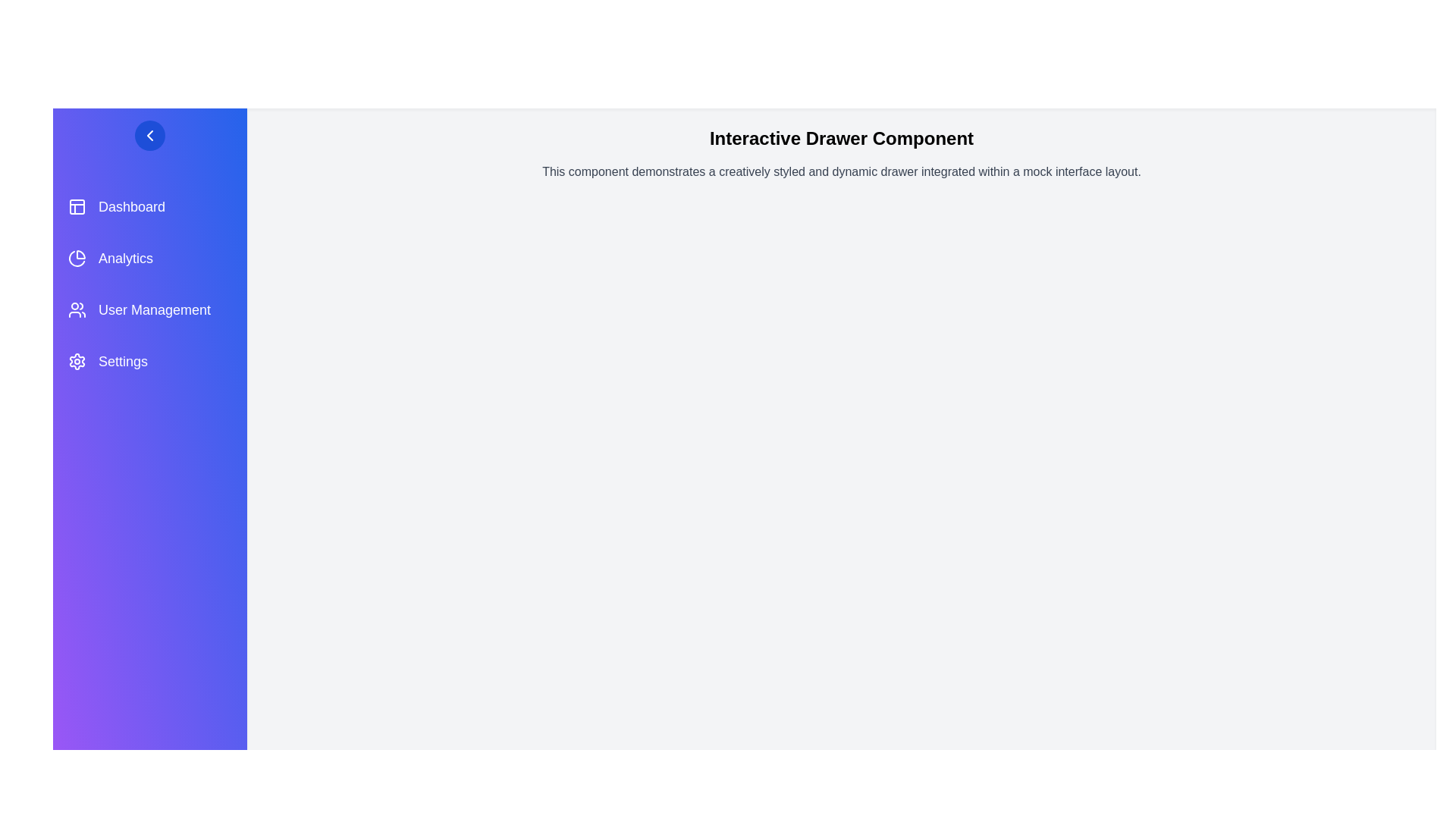  I want to click on the menu item Analytics by clicking on it, so click(149, 257).